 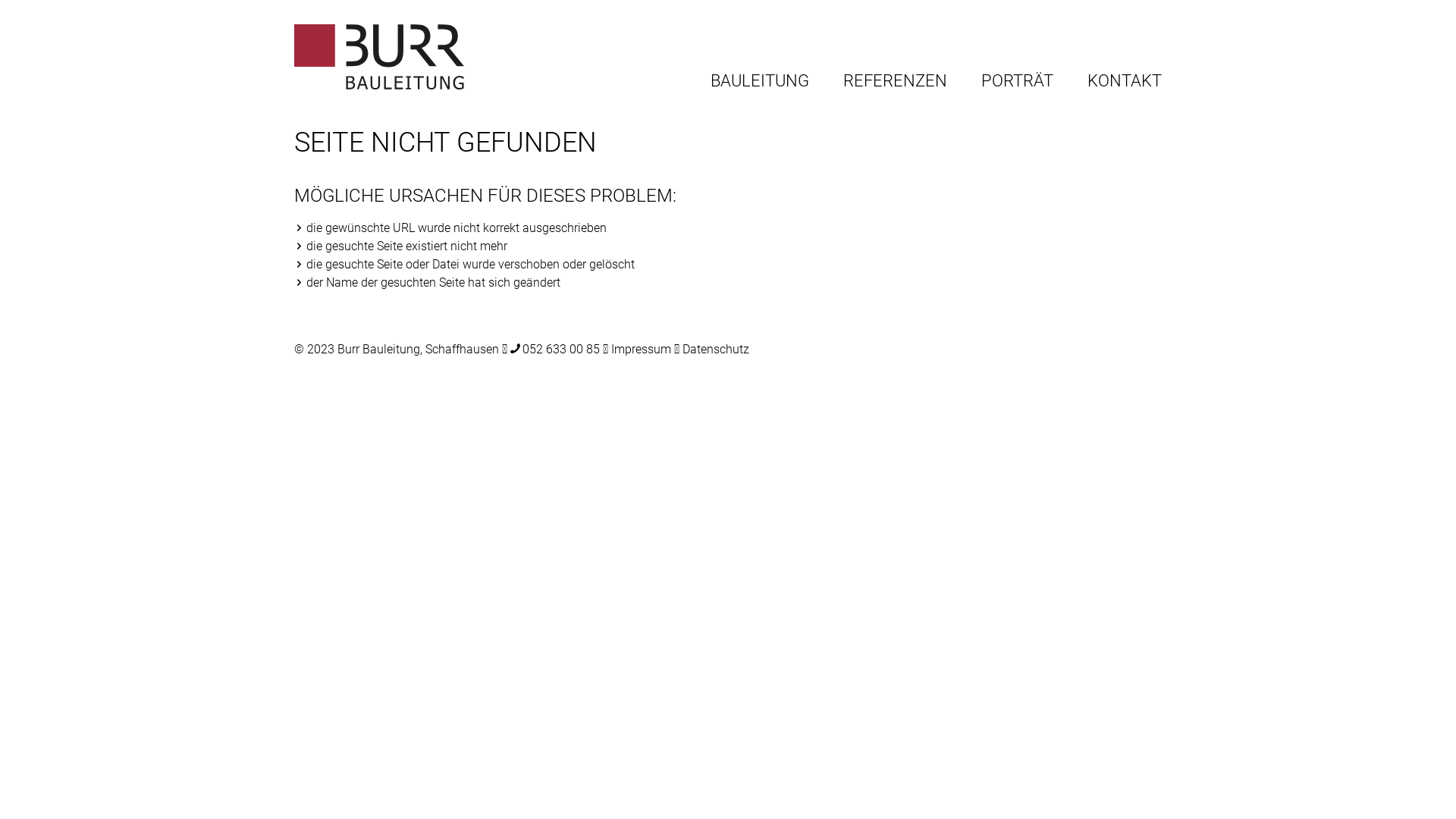 I want to click on 'REFERENZEN', so click(x=895, y=82).